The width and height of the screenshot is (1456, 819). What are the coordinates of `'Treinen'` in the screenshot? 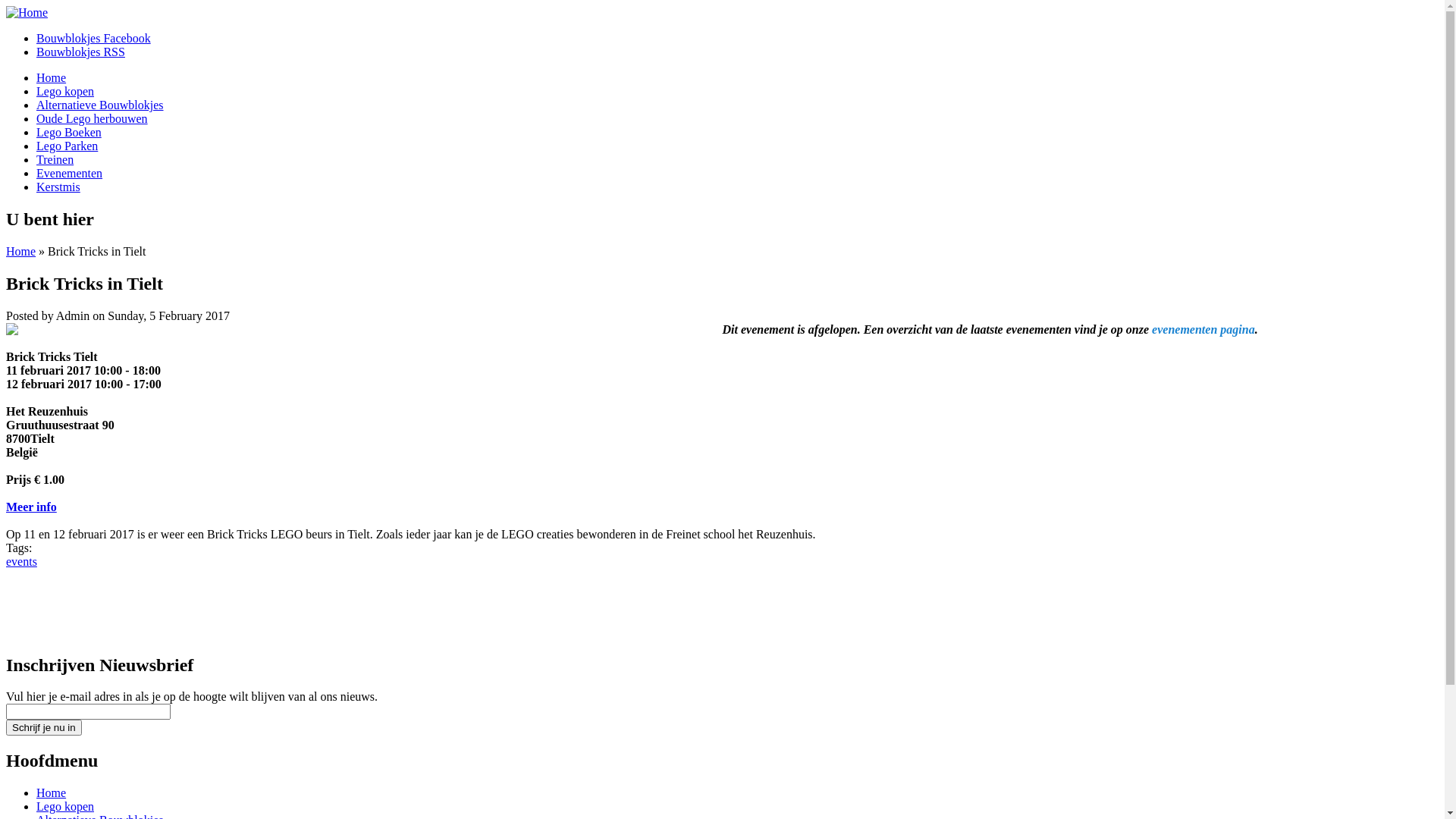 It's located at (55, 159).